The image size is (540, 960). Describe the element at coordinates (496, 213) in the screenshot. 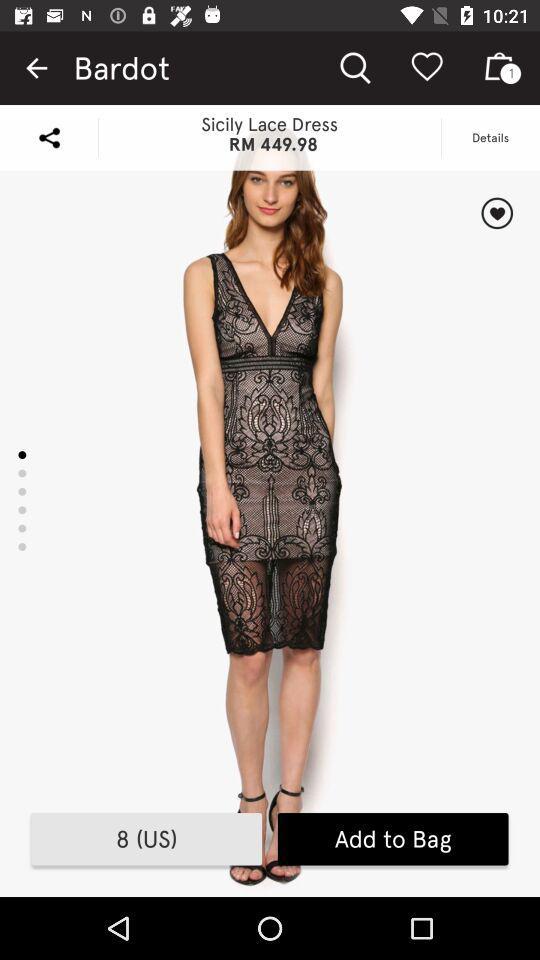

I see `details` at that location.